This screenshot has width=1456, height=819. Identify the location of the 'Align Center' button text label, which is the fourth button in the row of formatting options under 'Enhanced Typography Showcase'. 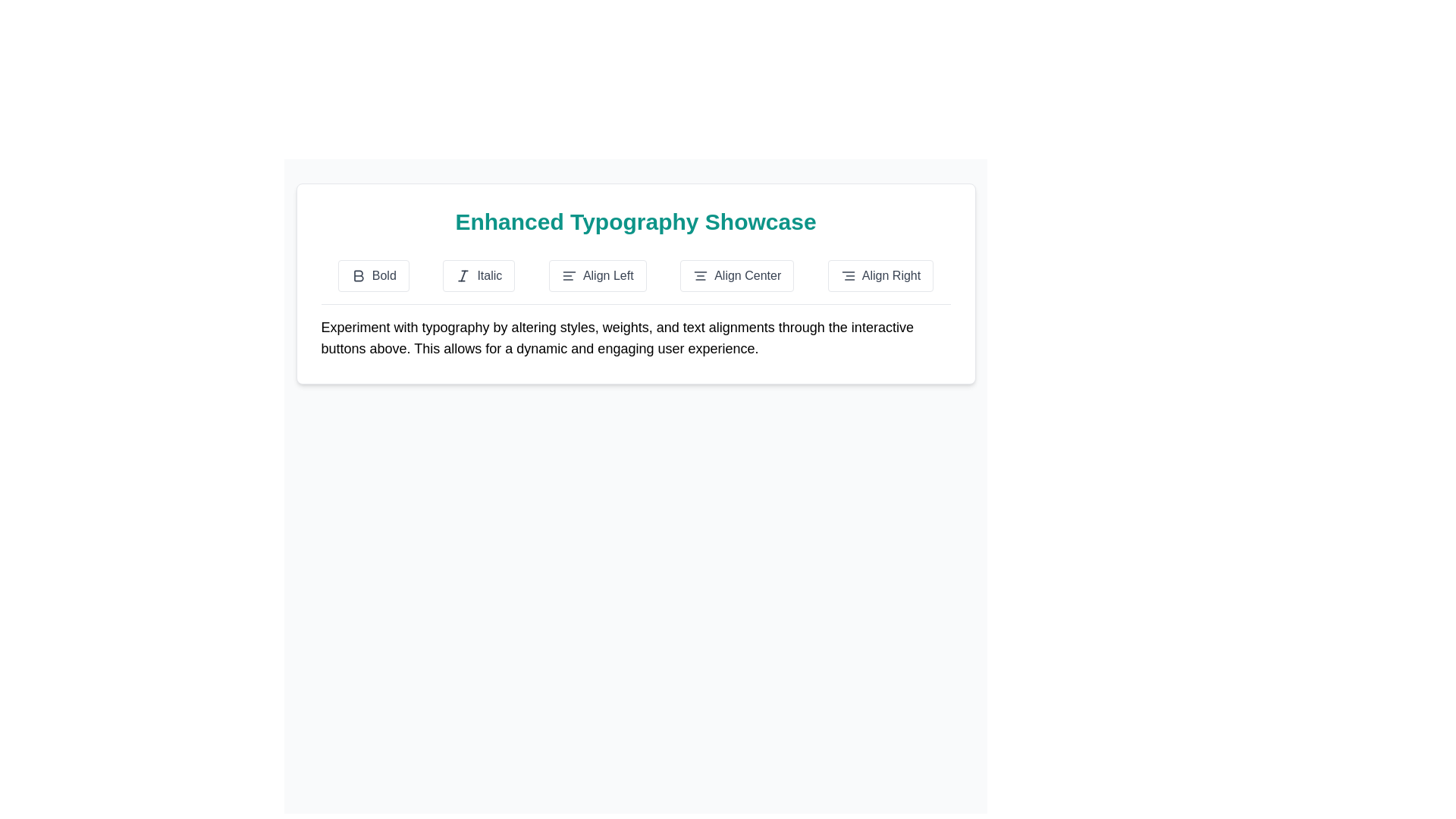
(748, 275).